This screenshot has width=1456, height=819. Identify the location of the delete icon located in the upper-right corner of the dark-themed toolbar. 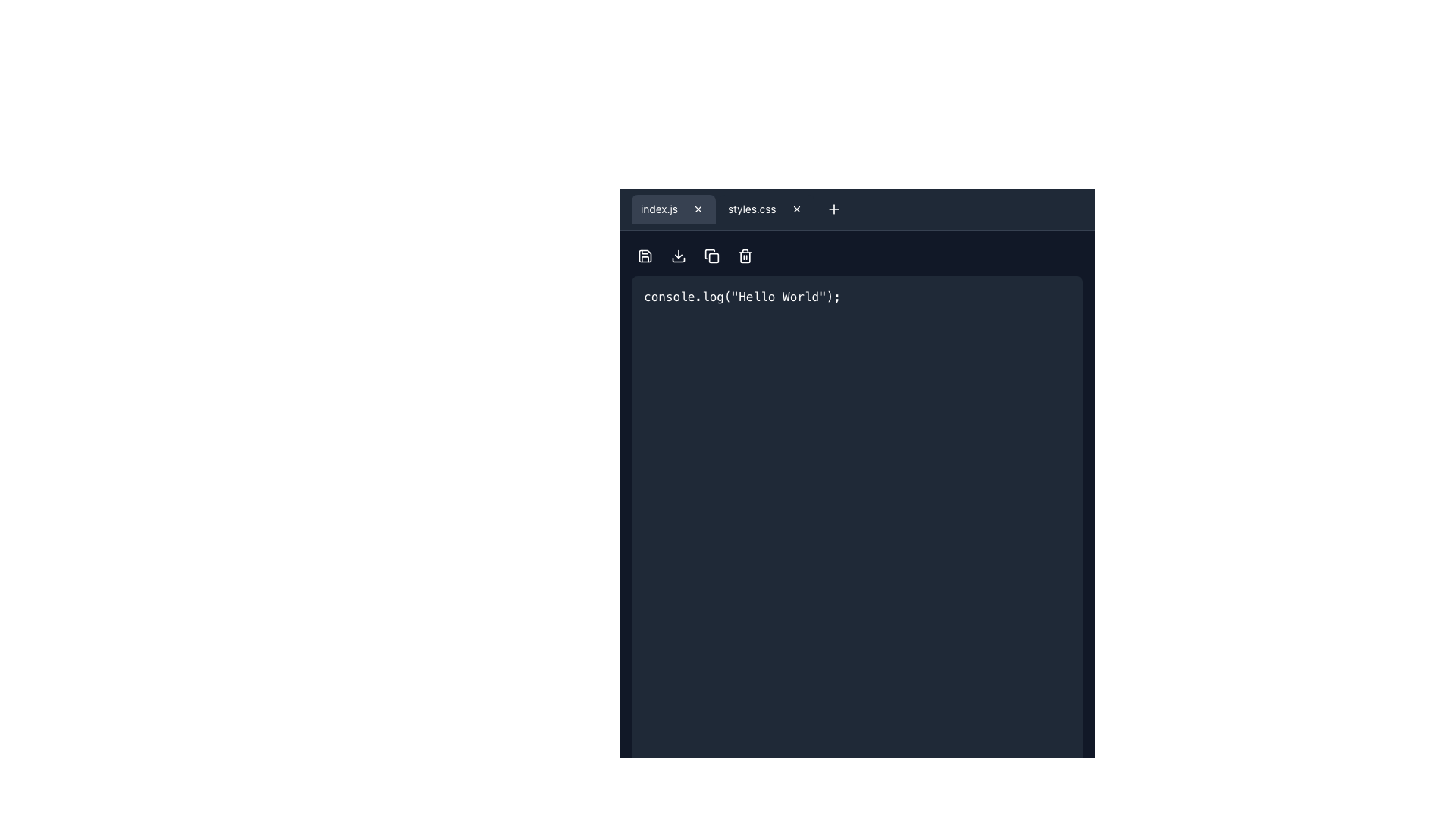
(745, 256).